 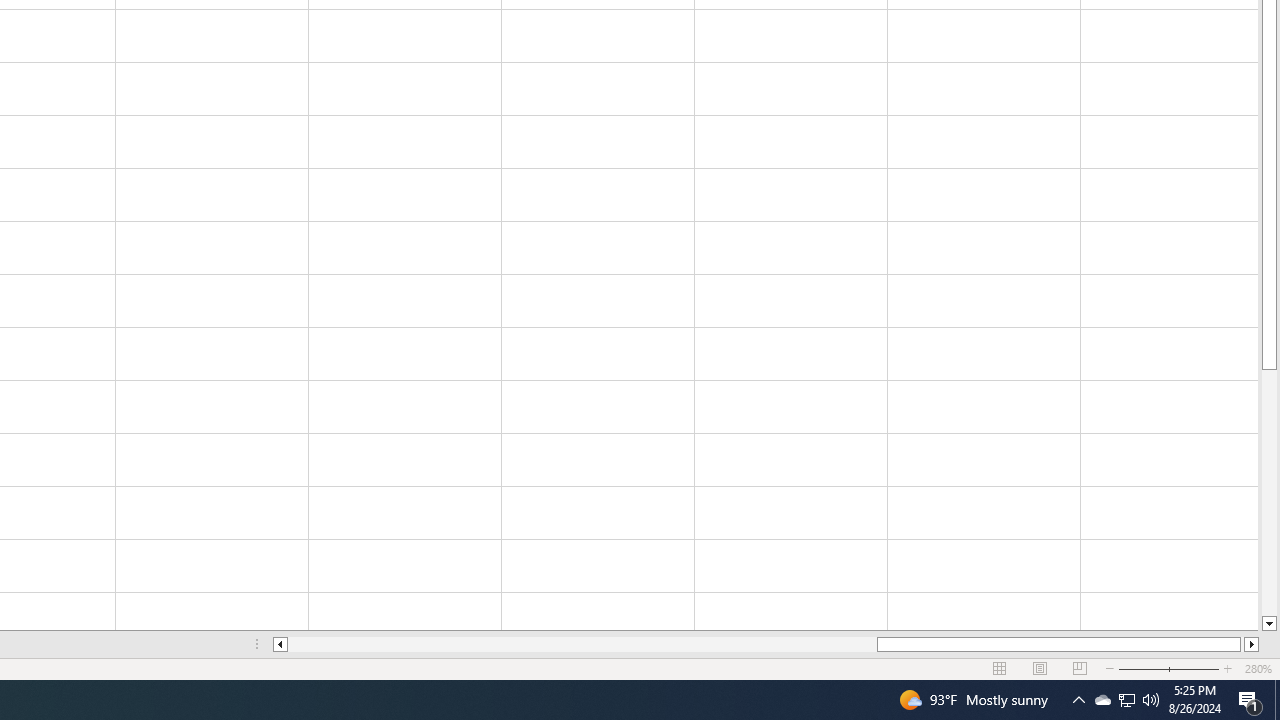 What do you see at coordinates (1268, 623) in the screenshot?
I see `'Line down'` at bounding box center [1268, 623].